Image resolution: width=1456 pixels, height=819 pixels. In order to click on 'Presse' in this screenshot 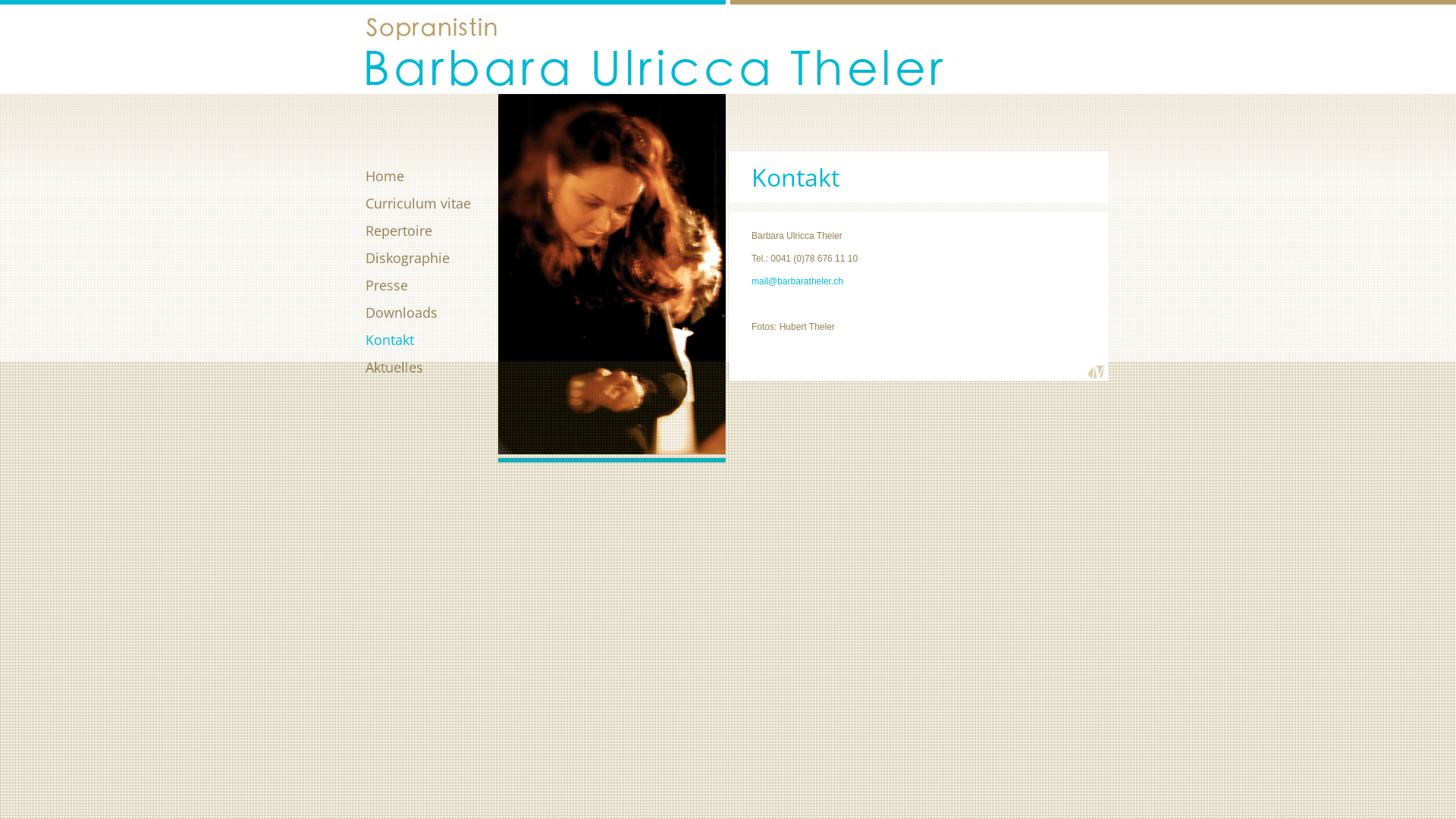, I will do `click(431, 284)`.